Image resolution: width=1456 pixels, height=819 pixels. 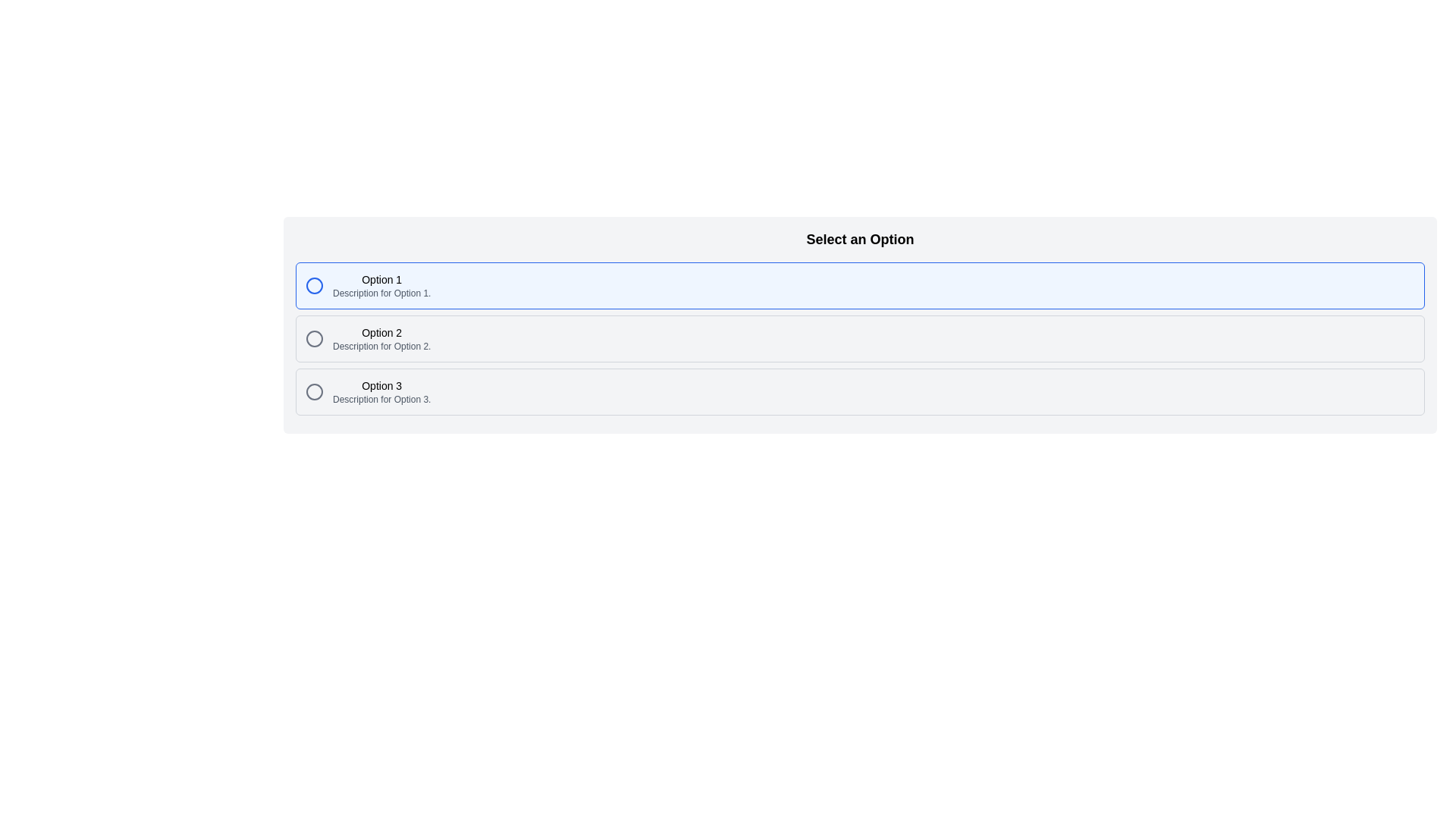 I want to click on the text label that displays the title of the second selectable option in the list, which is centrally positioned above the description 'Description for Option 2.', so click(x=381, y=332).